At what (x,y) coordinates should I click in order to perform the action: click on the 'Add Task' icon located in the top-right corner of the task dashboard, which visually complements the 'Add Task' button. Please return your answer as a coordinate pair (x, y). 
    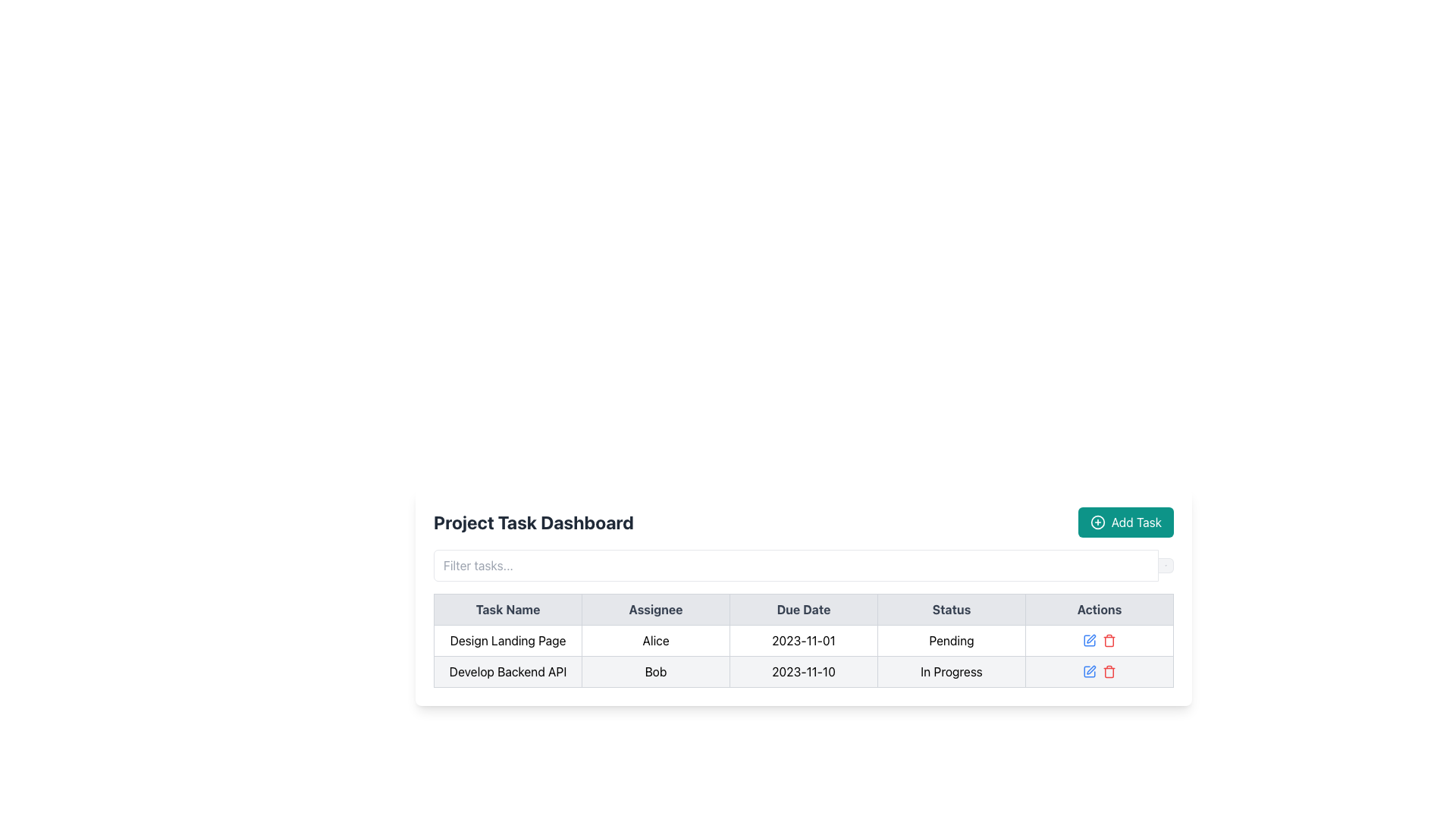
    Looking at the image, I should click on (1097, 522).